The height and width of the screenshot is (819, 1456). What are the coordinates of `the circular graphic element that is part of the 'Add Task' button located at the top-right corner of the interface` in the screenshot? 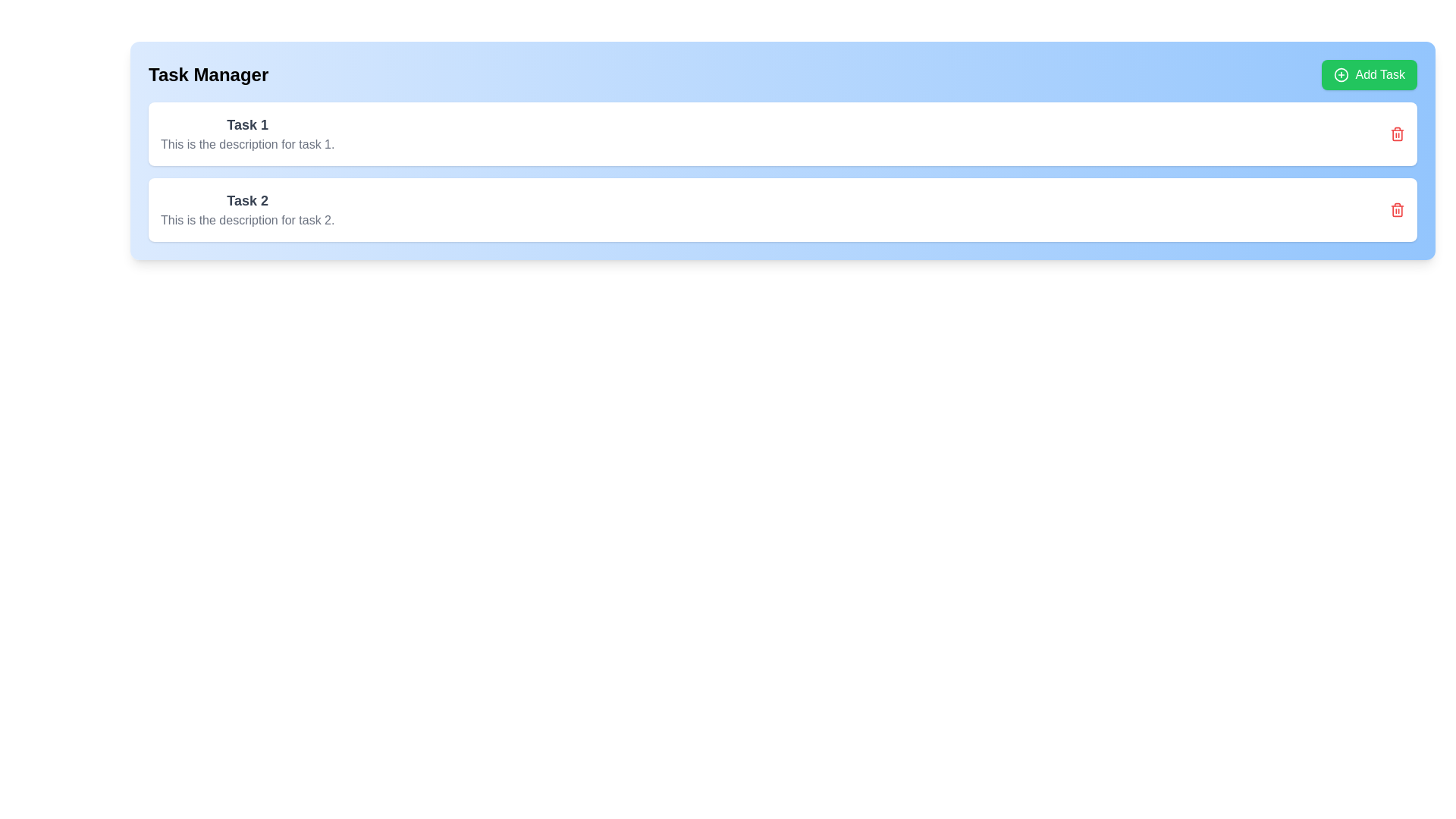 It's located at (1341, 75).